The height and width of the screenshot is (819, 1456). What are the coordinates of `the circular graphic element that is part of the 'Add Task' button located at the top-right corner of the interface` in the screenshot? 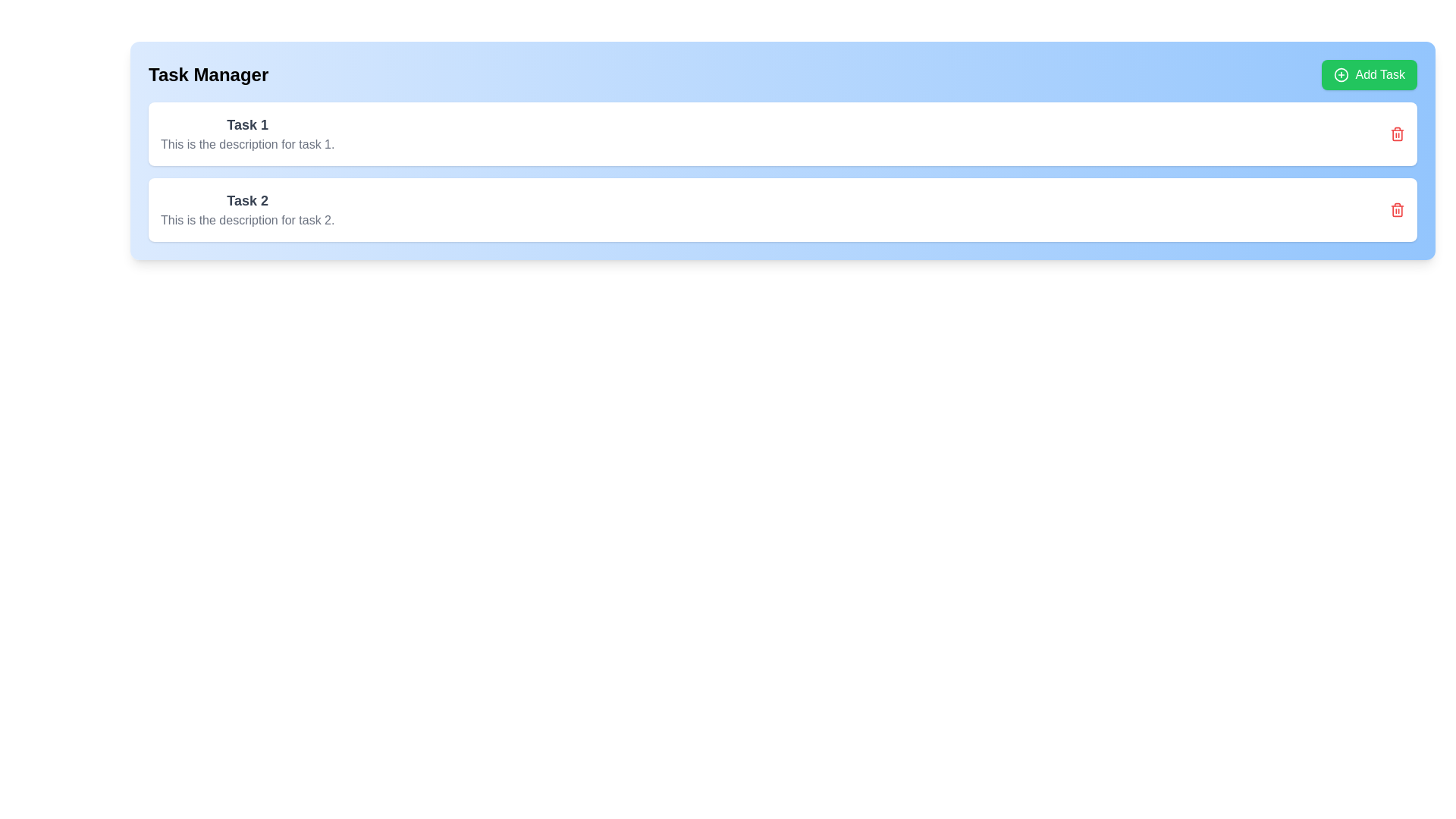 It's located at (1341, 75).